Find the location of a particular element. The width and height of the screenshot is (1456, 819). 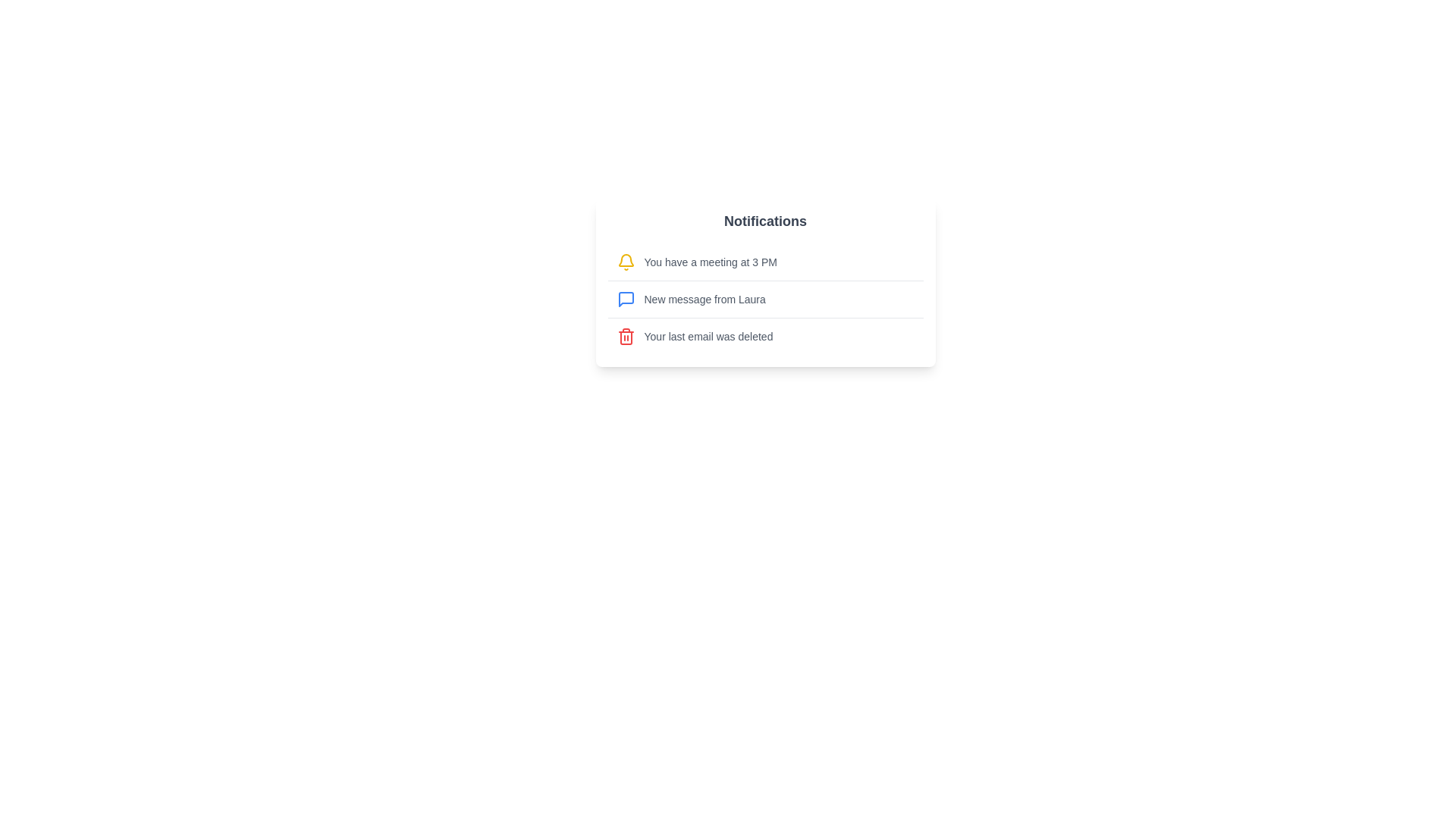

the text label that reads 'You have a meeting at 3 PM', which is the first notification message located to the right of the bell icon in the notification box is located at coordinates (710, 262).